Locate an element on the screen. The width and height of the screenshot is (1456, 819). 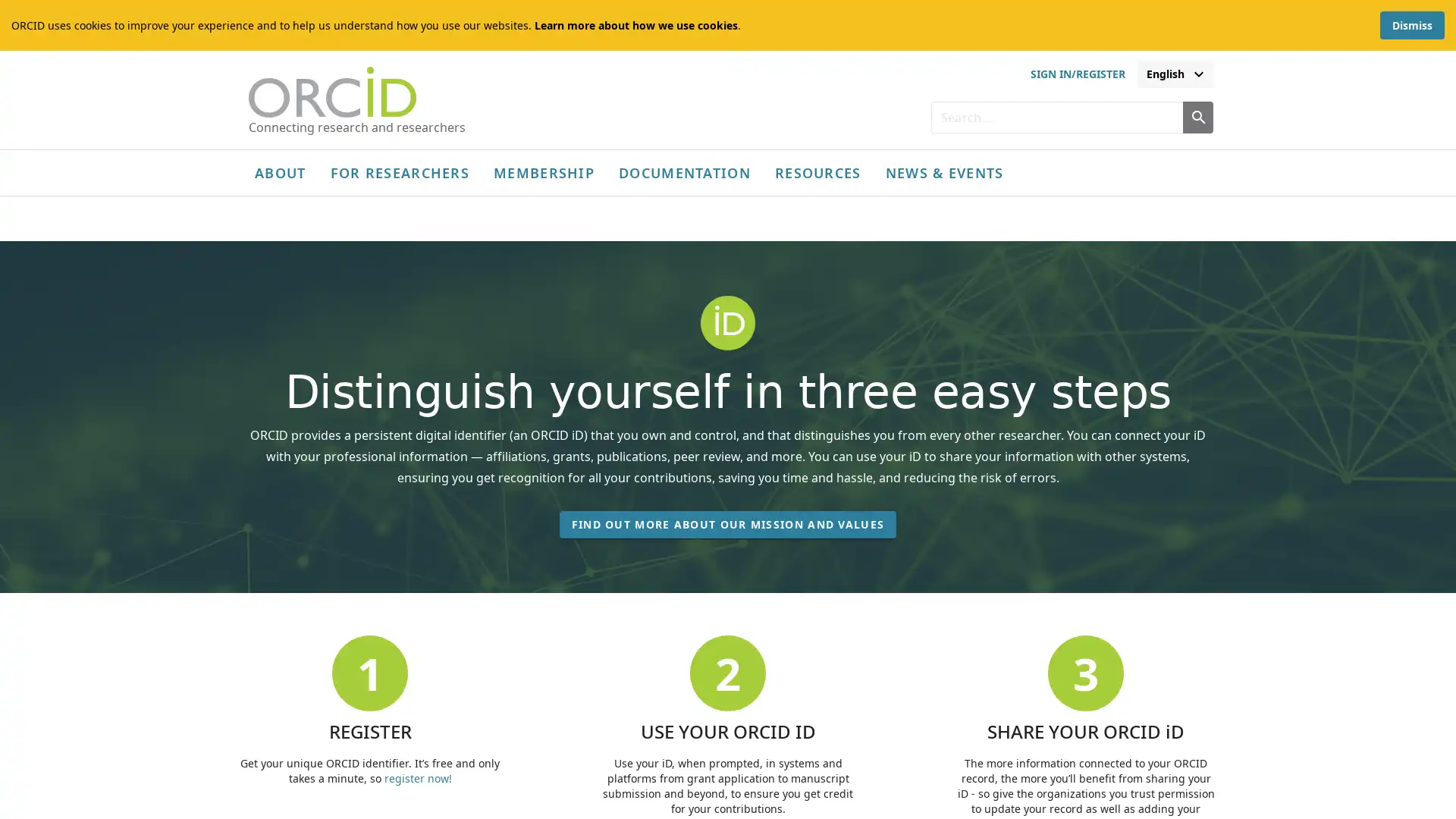
FIND OUT MORE ABOUT OUR MISSION AND VALUES is located at coordinates (726, 533).